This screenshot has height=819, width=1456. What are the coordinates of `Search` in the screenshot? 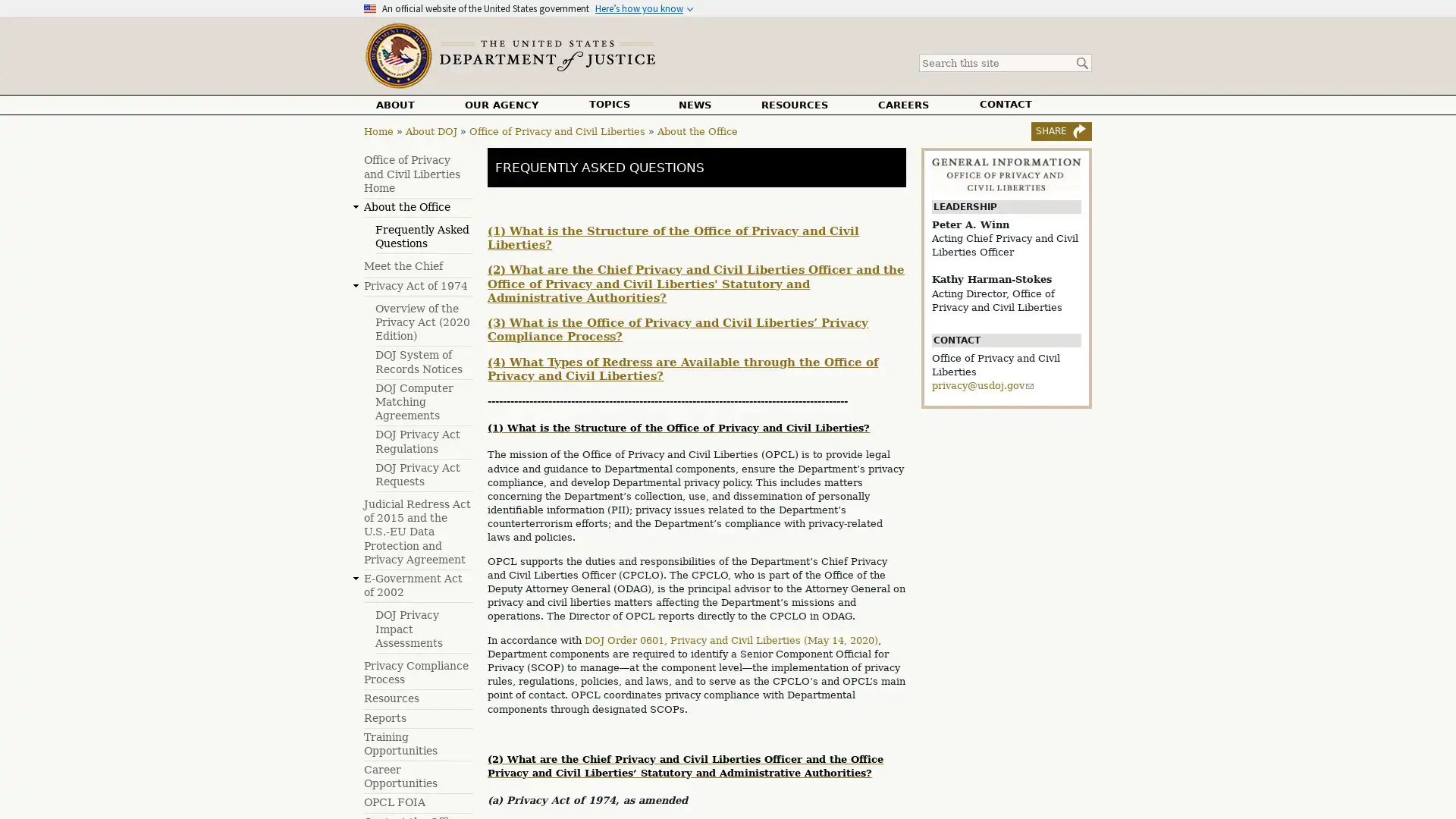 It's located at (1081, 63).